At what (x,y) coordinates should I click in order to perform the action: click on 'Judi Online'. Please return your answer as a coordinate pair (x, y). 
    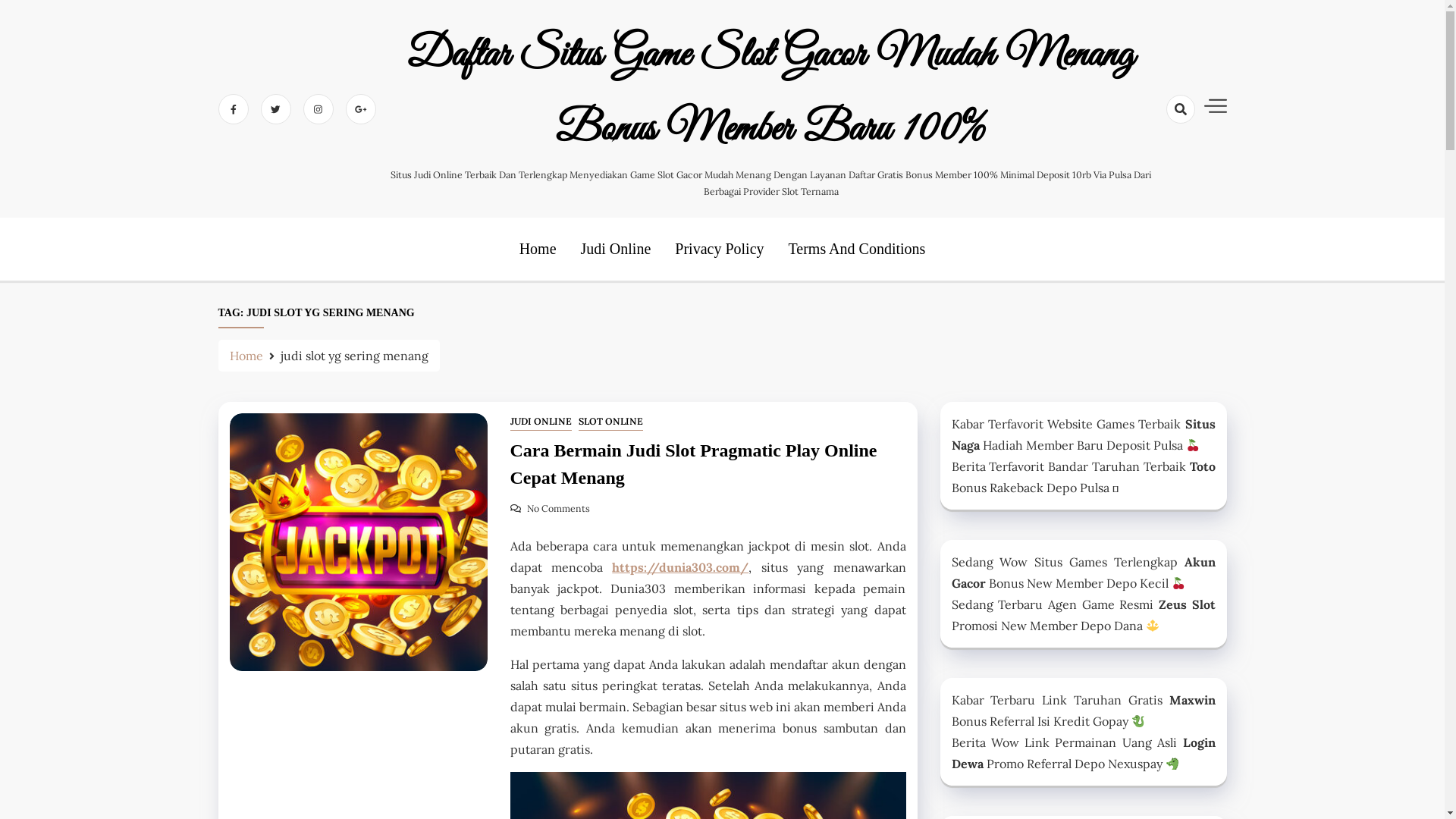
    Looking at the image, I should click on (616, 248).